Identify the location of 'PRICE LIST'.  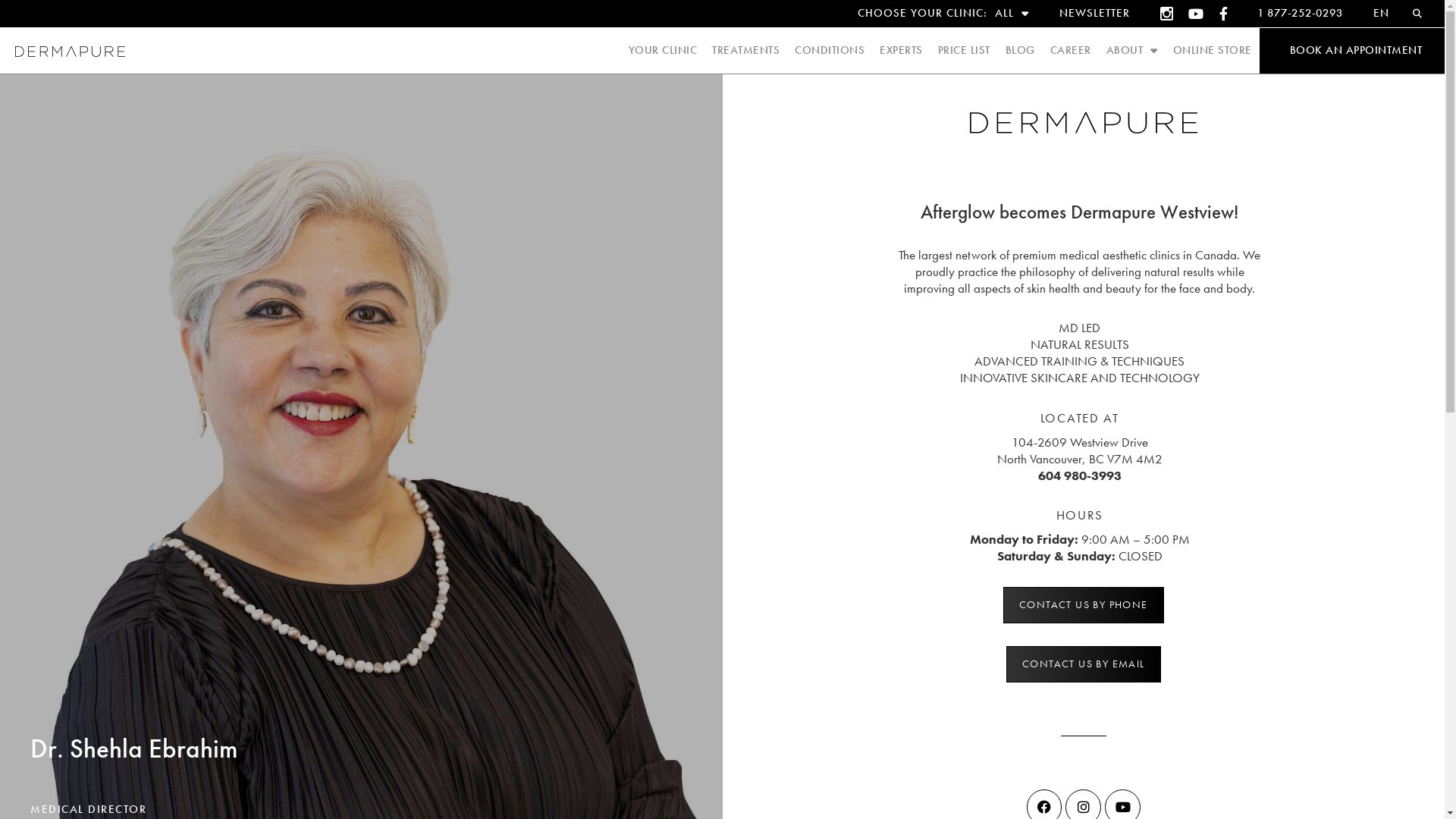
(962, 49).